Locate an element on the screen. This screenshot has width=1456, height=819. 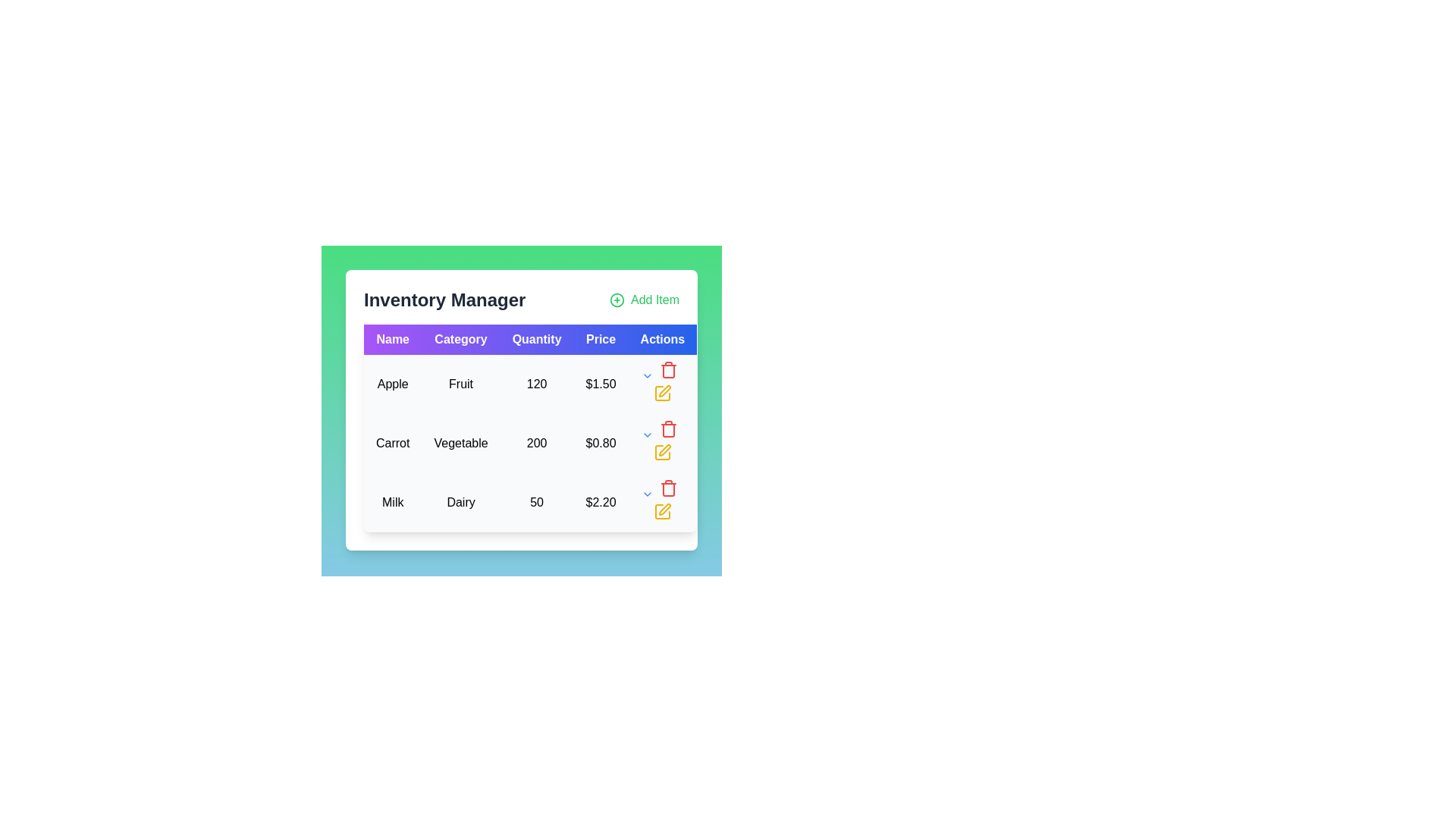
text 'Vegetable' from the text label in the second column of the table under the 'Category' header, corresponding to the second row where the first cell contains 'Carrot' is located at coordinates (460, 444).